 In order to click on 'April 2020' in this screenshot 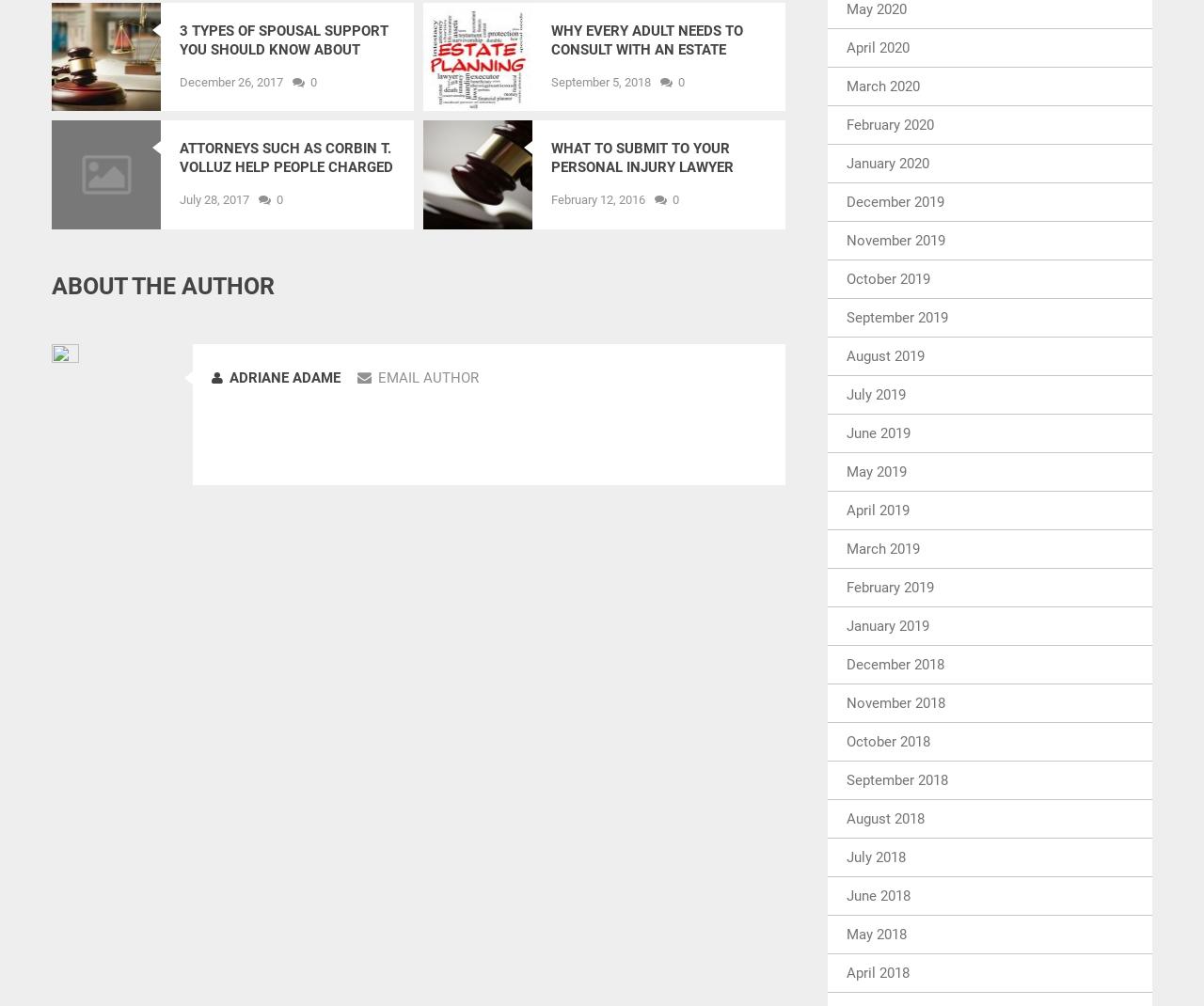, I will do `click(877, 45)`.